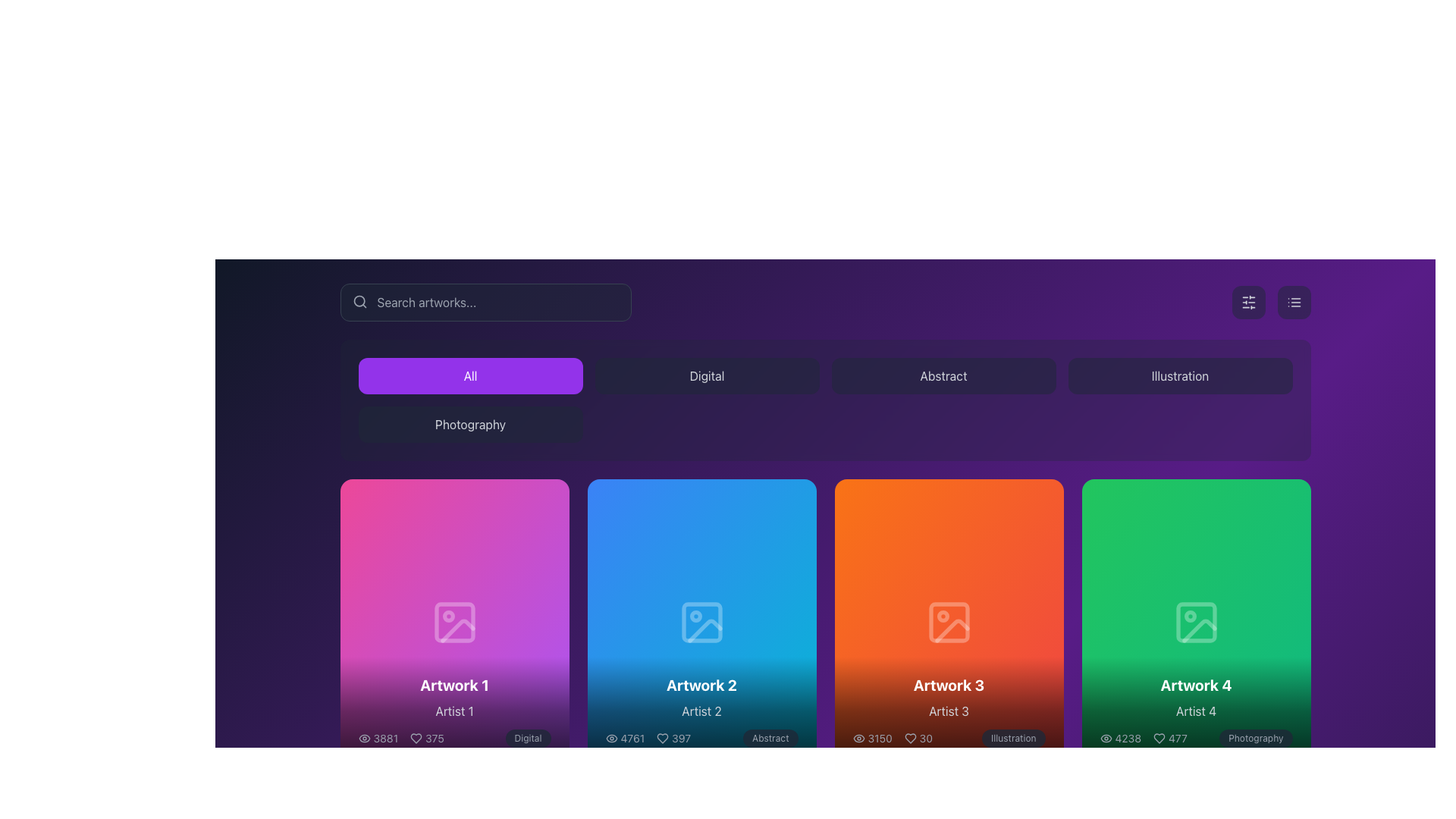 Image resolution: width=1456 pixels, height=819 pixels. Describe the element at coordinates (1293, 302) in the screenshot. I see `the icon button representing a list view, which is located in the top-right corner of the interface` at that location.